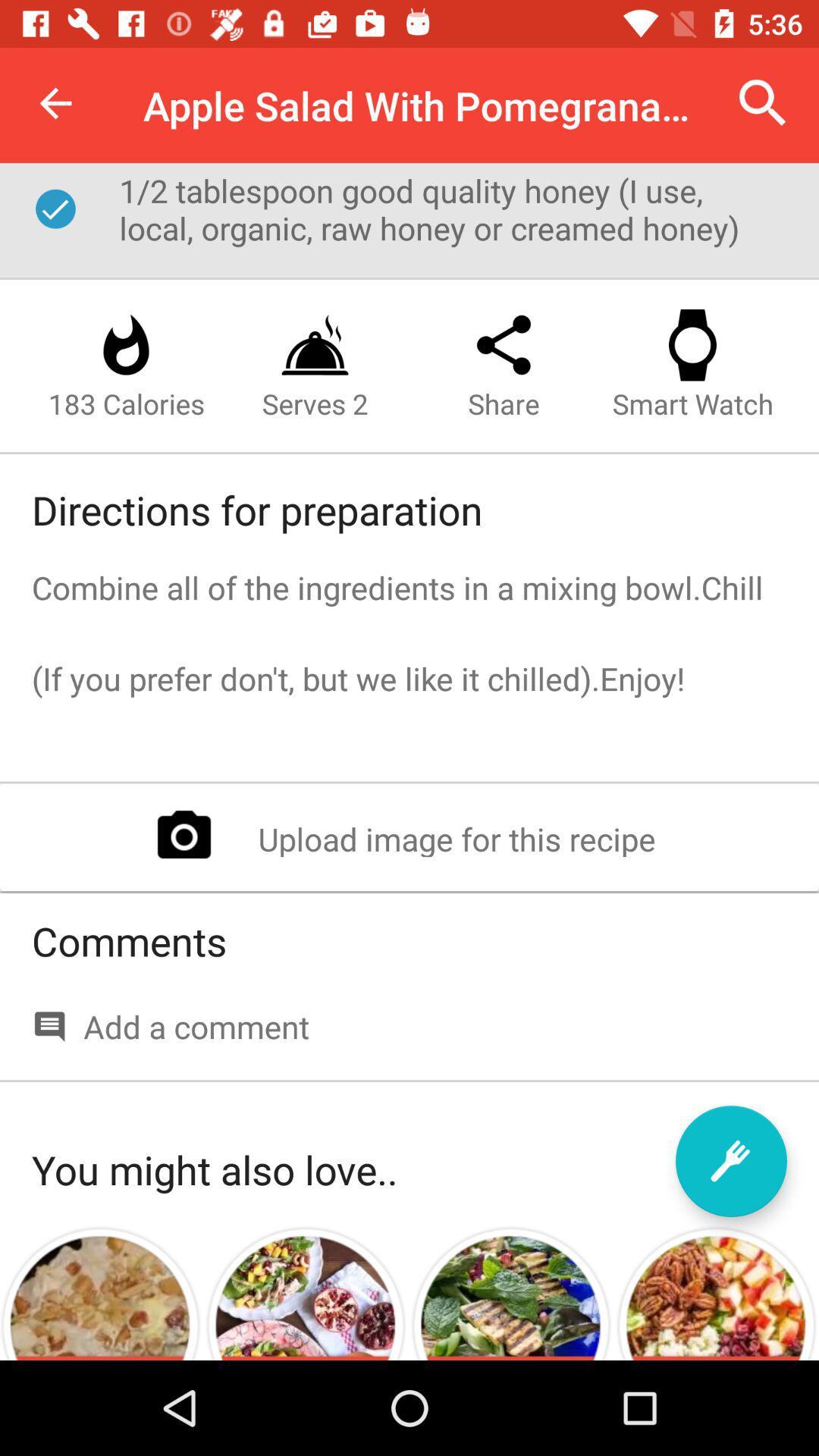 The image size is (819, 1456). Describe the element at coordinates (763, 102) in the screenshot. I see `icon next to apple salad with item` at that location.